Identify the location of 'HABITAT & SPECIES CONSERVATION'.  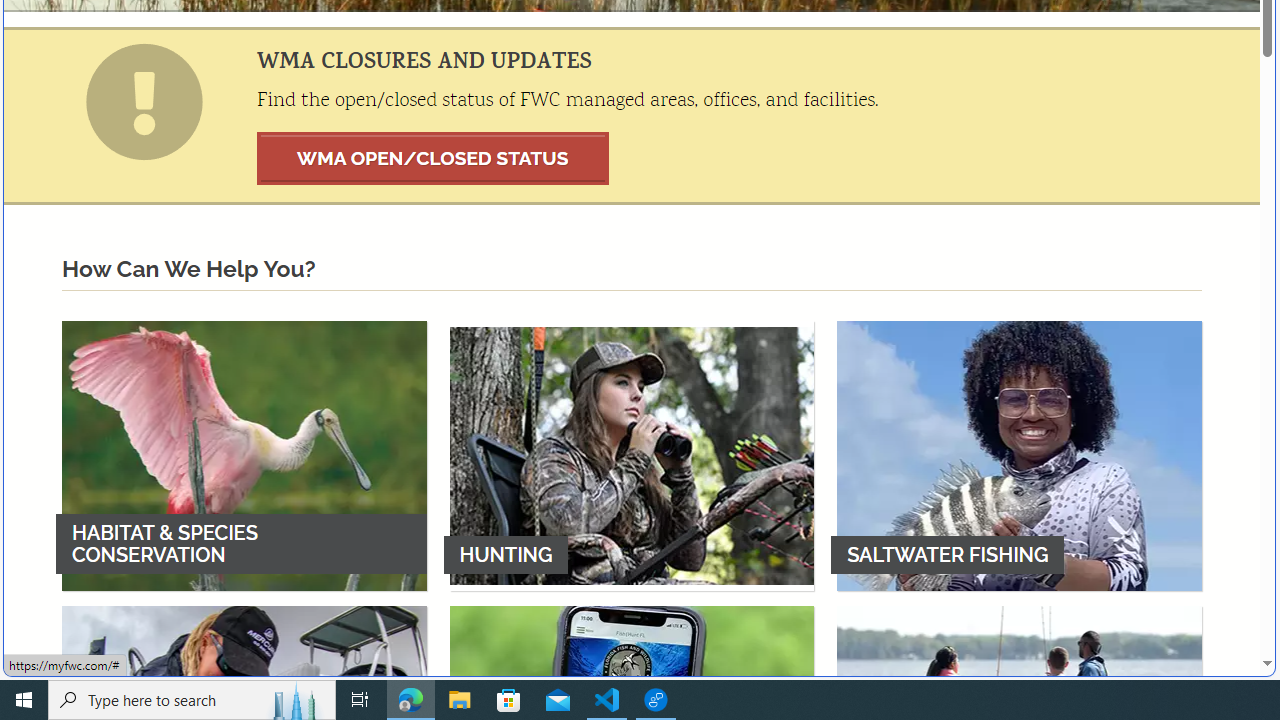
(243, 455).